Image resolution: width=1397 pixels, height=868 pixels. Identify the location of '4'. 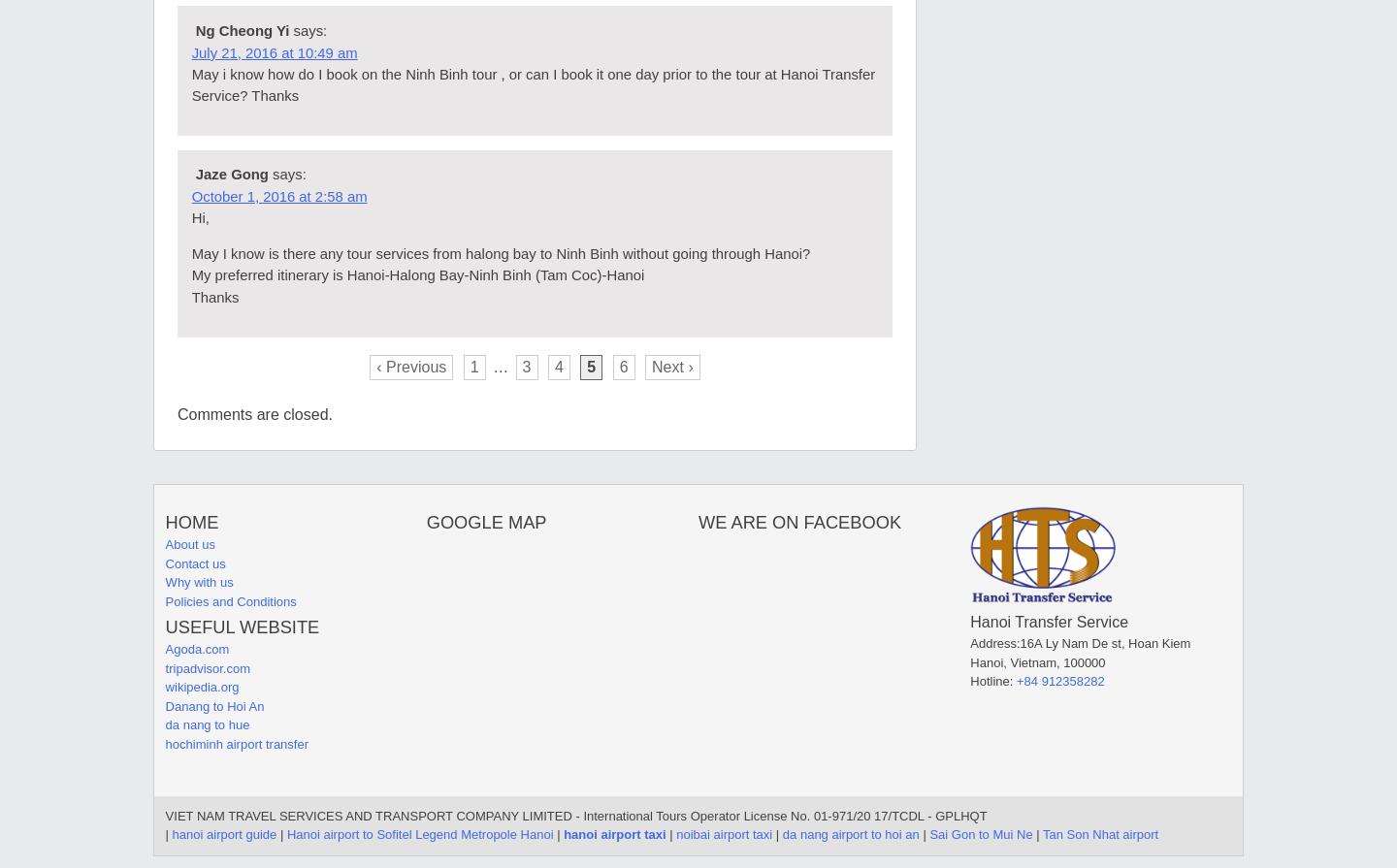
(558, 367).